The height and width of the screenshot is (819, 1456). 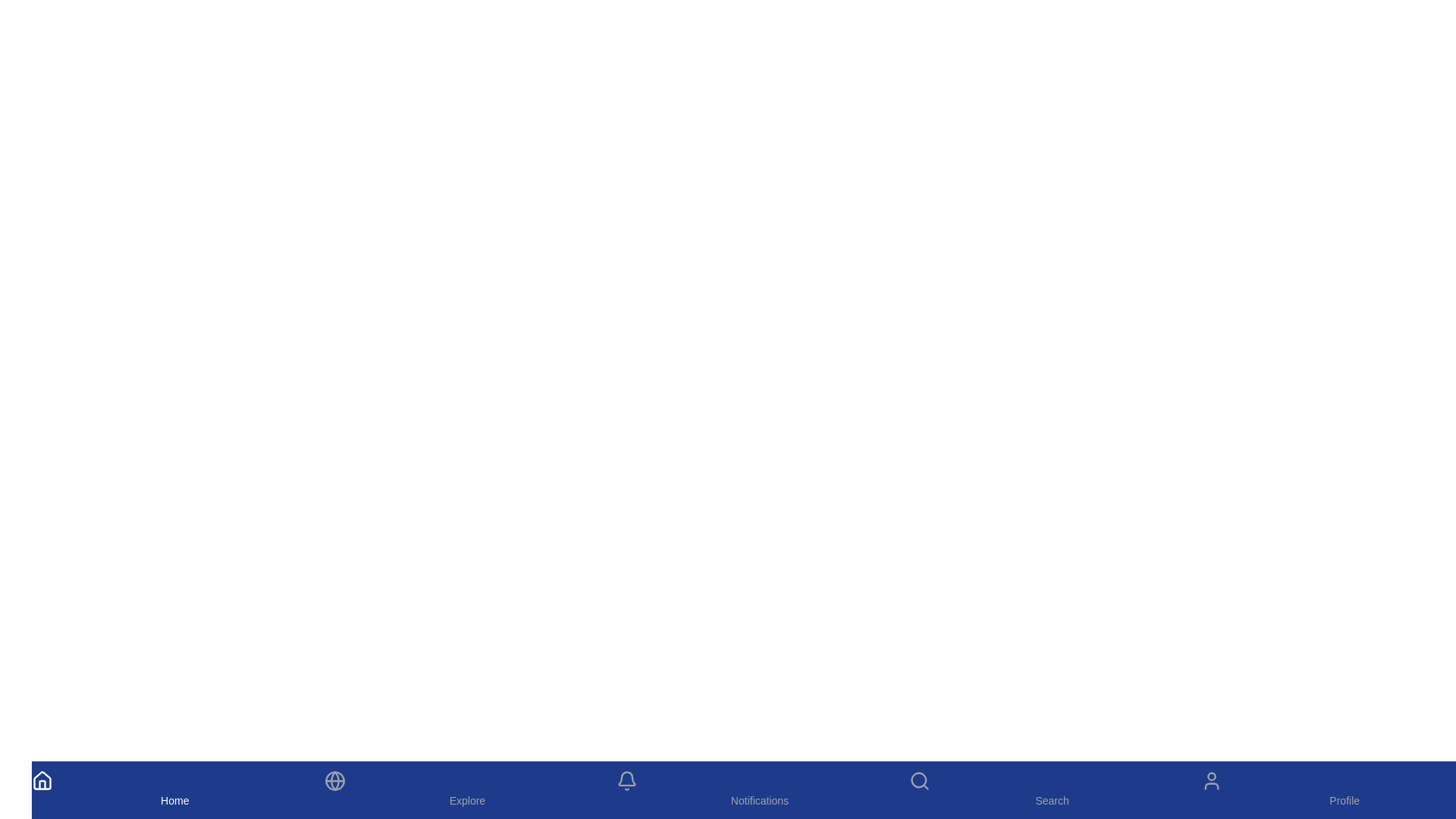 I want to click on the Home tab by clicking on its icon, so click(x=174, y=789).